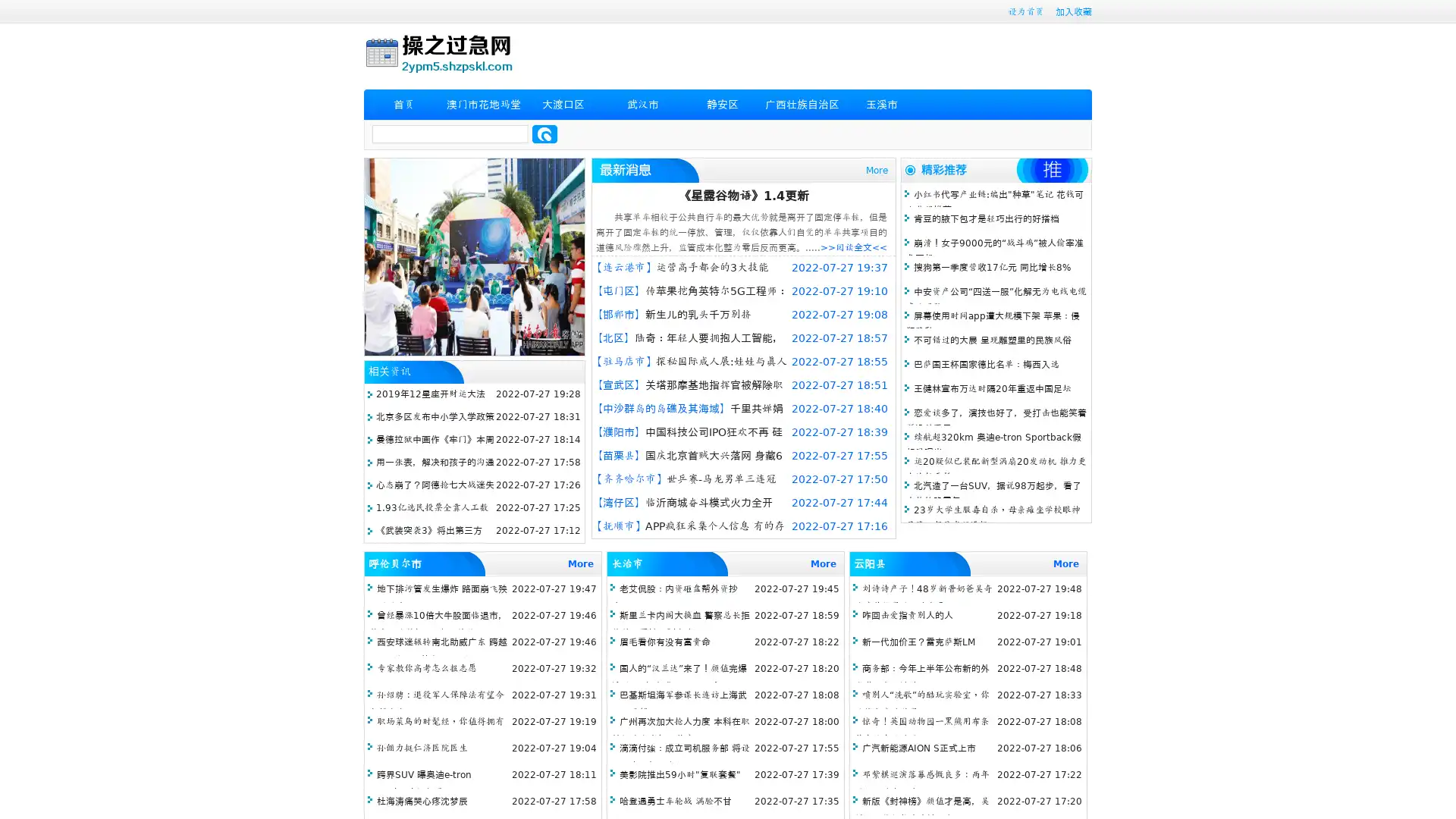 Image resolution: width=1456 pixels, height=819 pixels. Describe the element at coordinates (544, 133) in the screenshot. I see `Search` at that location.